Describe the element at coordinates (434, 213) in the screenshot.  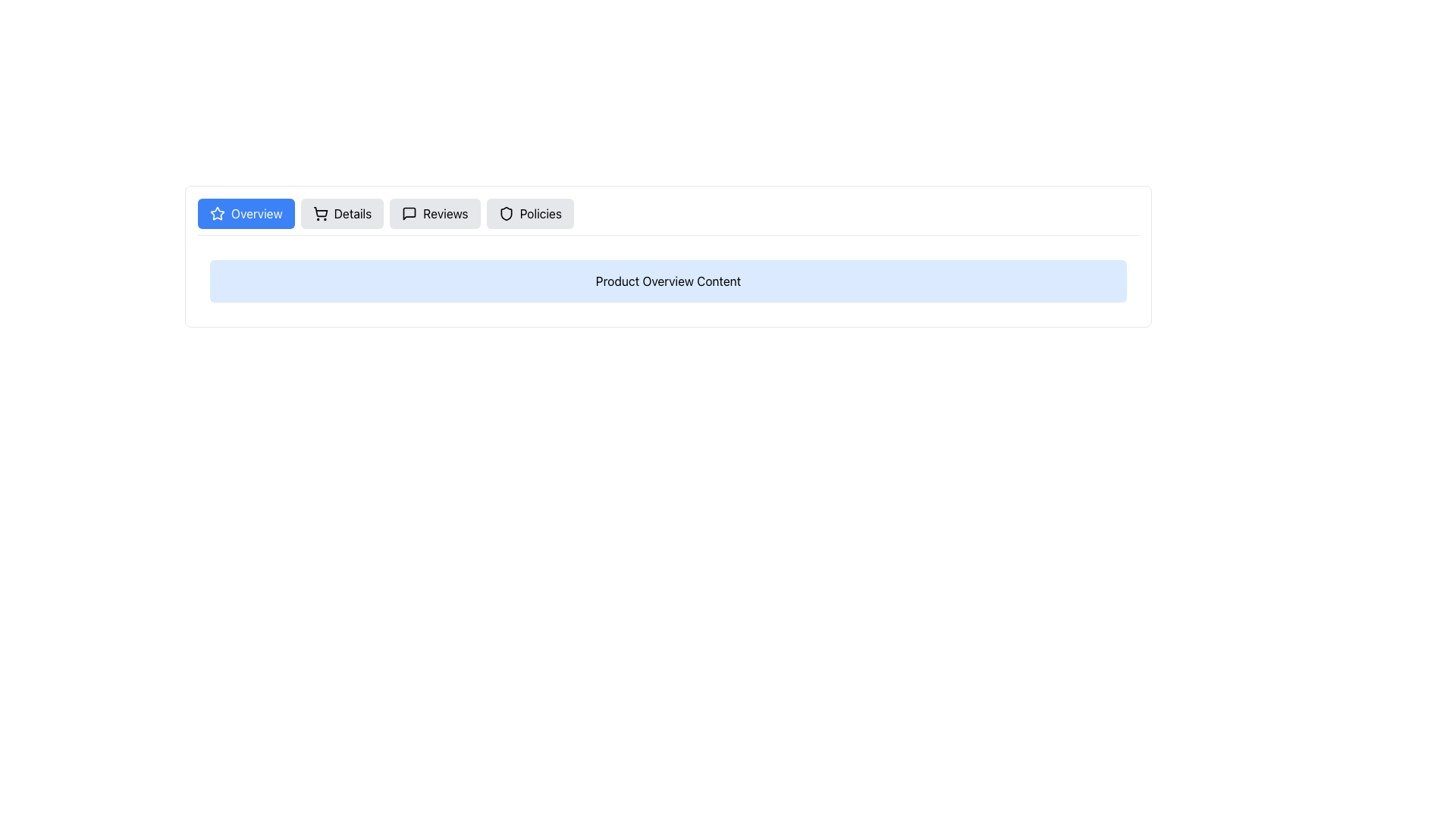
I see `the 'Reviews' navigation button located between the 'Details' and 'Policies' buttons to observe the hover effects` at that location.